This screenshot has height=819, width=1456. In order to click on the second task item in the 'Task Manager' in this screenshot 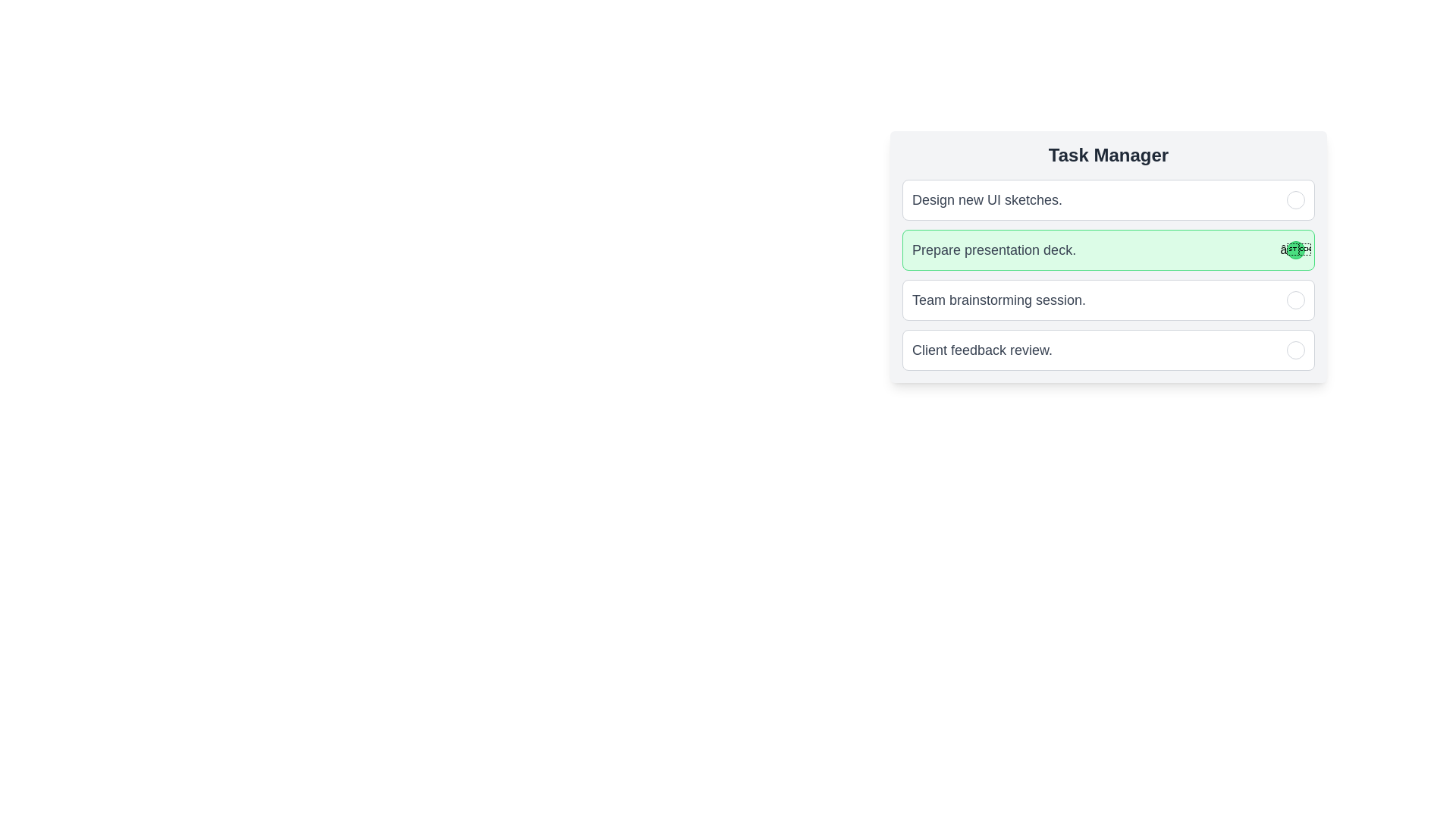, I will do `click(1109, 249)`.